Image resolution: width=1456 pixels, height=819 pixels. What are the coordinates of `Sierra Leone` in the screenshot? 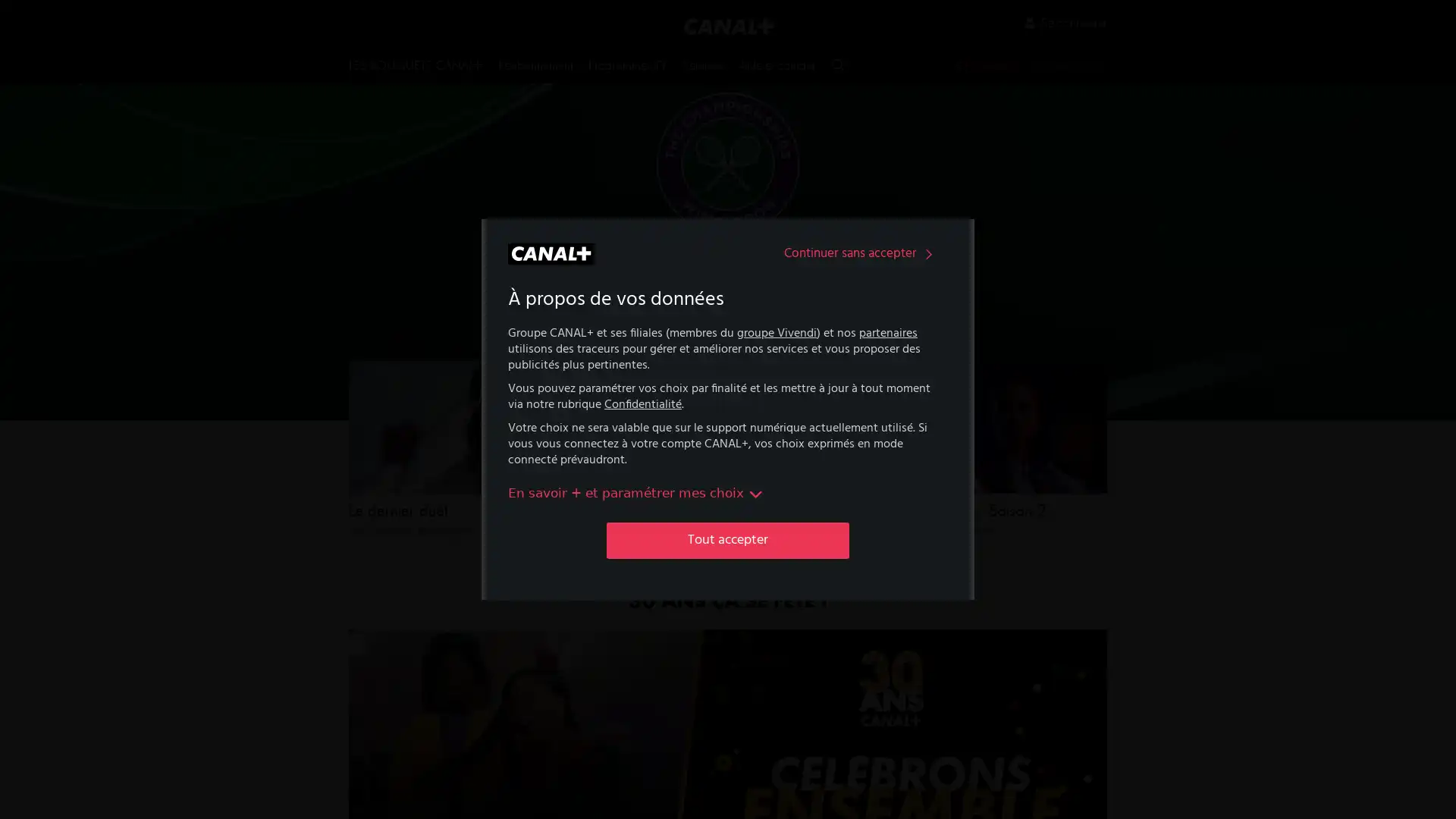 It's located at (872, 454).